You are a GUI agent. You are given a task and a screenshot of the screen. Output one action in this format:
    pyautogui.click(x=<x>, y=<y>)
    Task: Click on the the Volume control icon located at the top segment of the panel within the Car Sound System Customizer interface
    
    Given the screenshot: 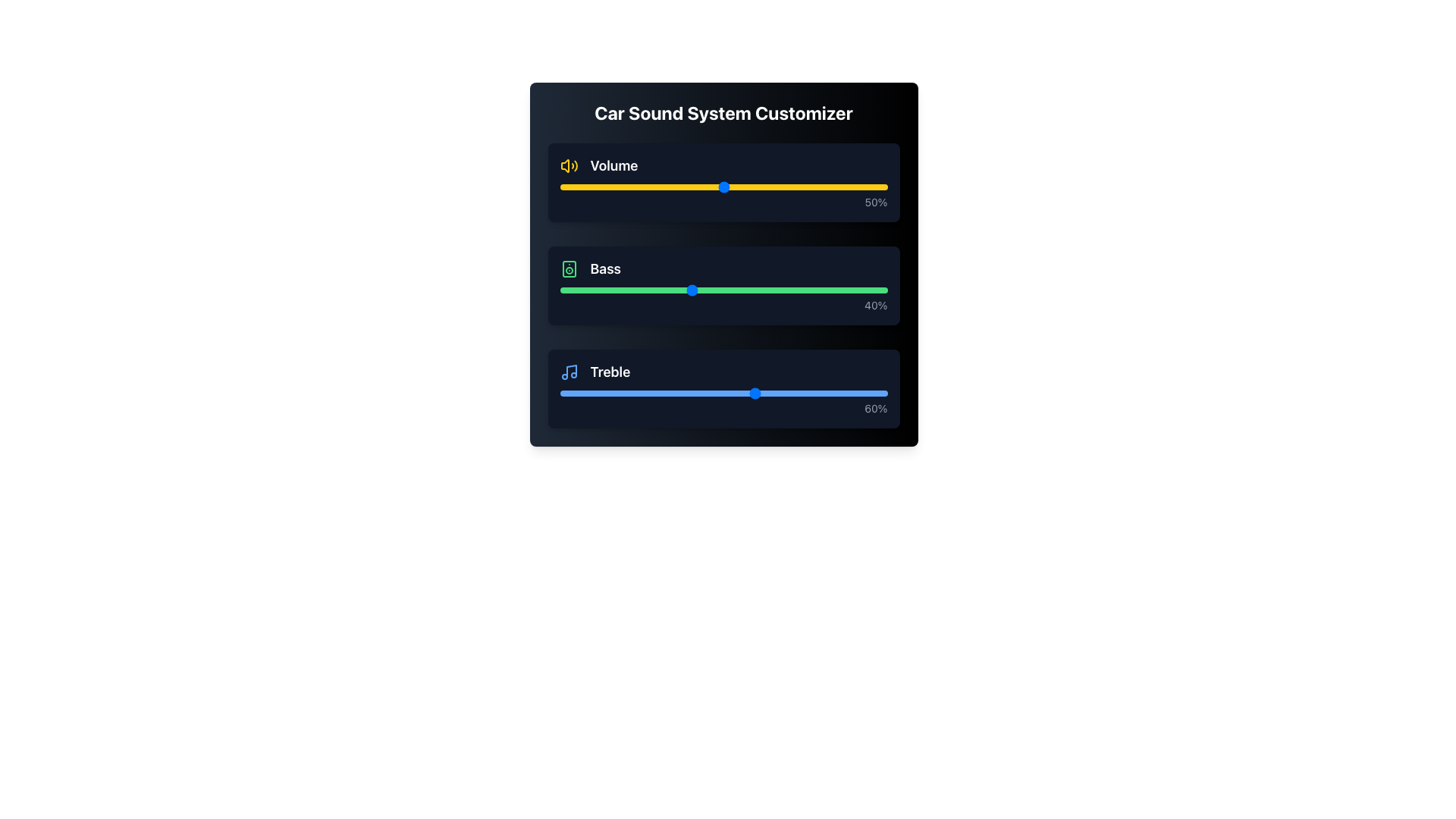 What is the action you would take?
    pyautogui.click(x=563, y=166)
    